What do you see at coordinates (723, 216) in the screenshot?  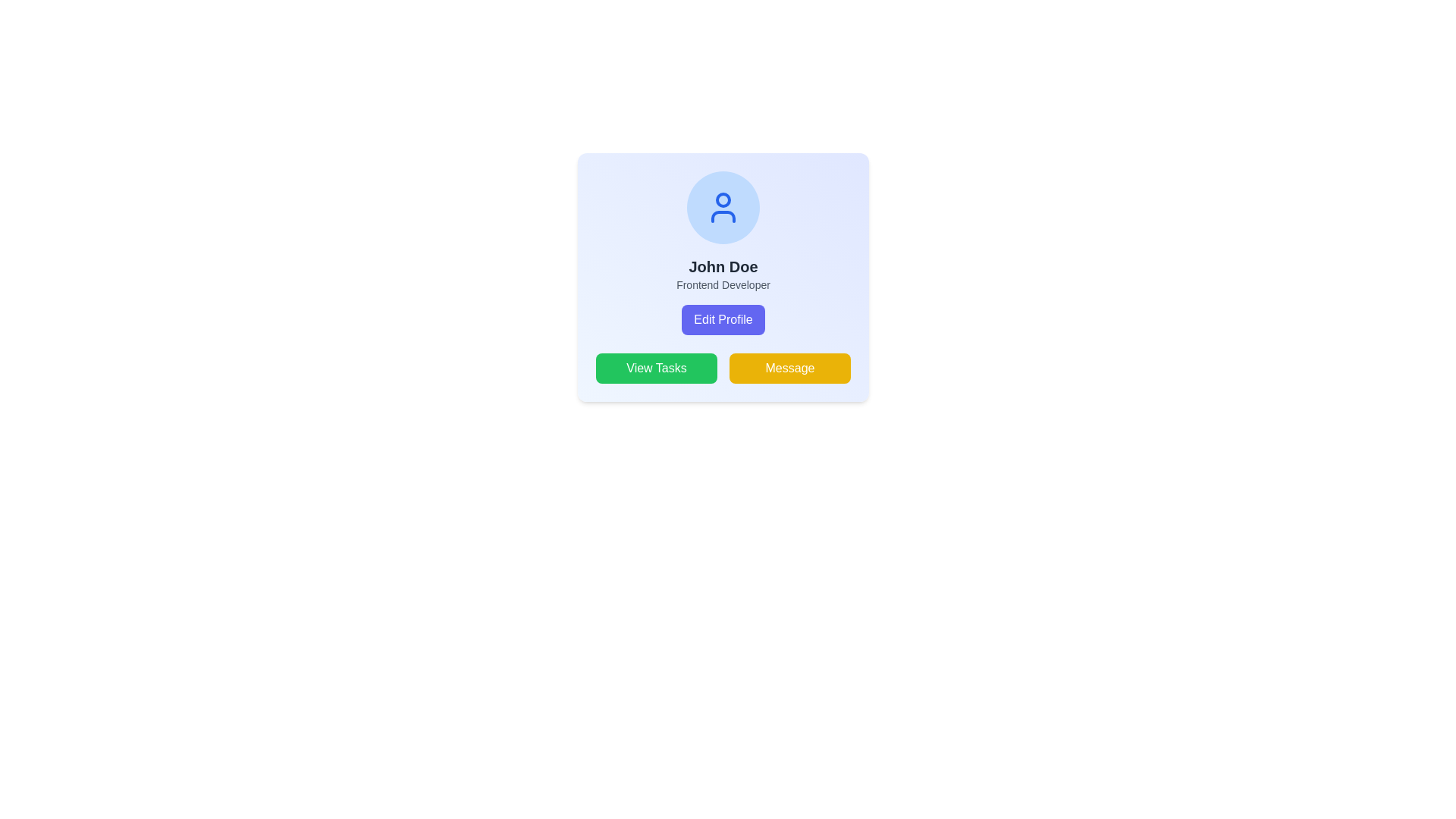 I see `the lower component of the SVG user icon, which is part of the 'lucide-user' class, located in the top section of the center card above the text 'John Doe'` at bounding box center [723, 216].